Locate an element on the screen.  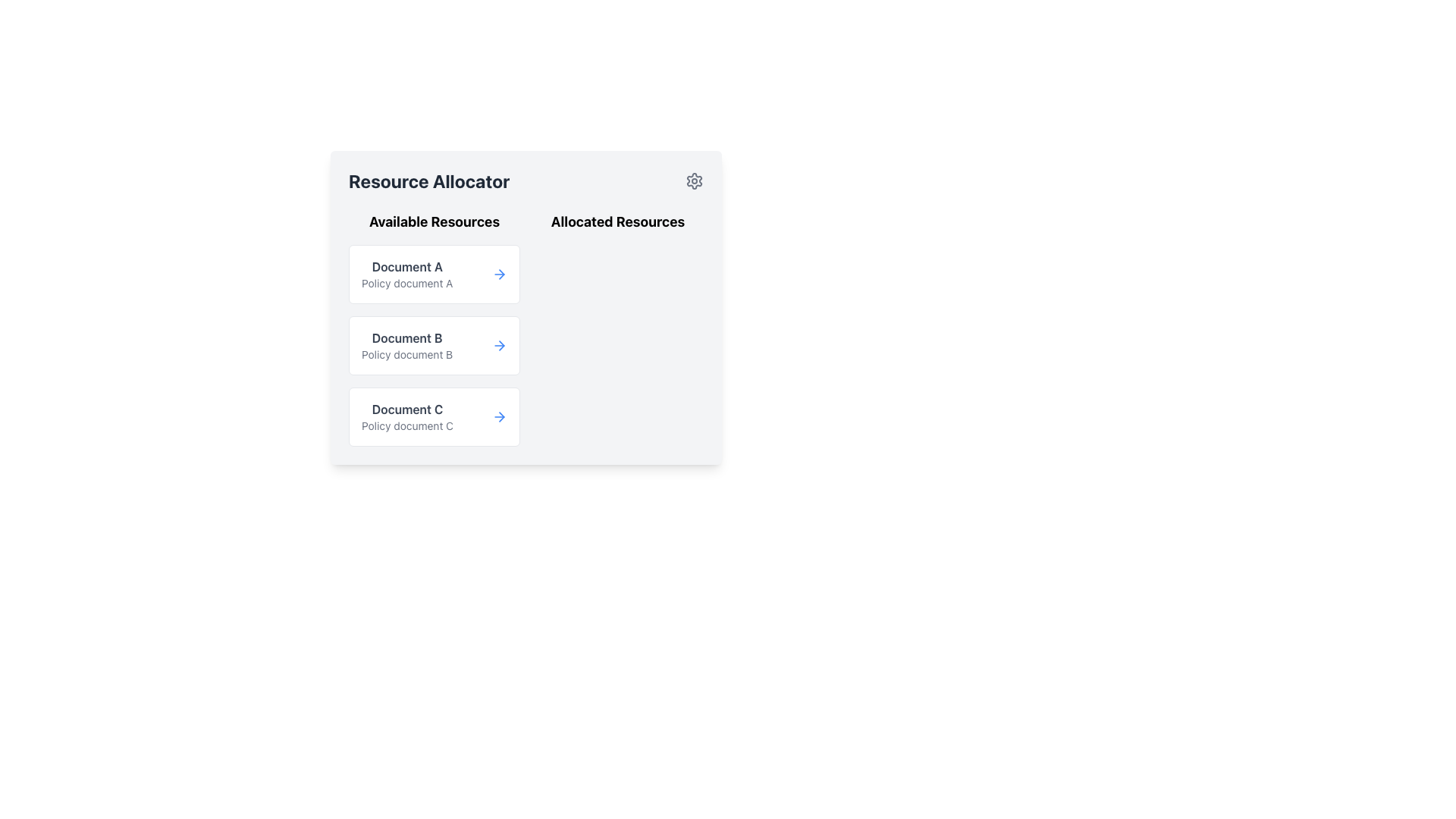
the non-interactive descriptive Text label that provides information about the document titled 'Document C', located under the 'Available Resources' section is located at coordinates (407, 426).